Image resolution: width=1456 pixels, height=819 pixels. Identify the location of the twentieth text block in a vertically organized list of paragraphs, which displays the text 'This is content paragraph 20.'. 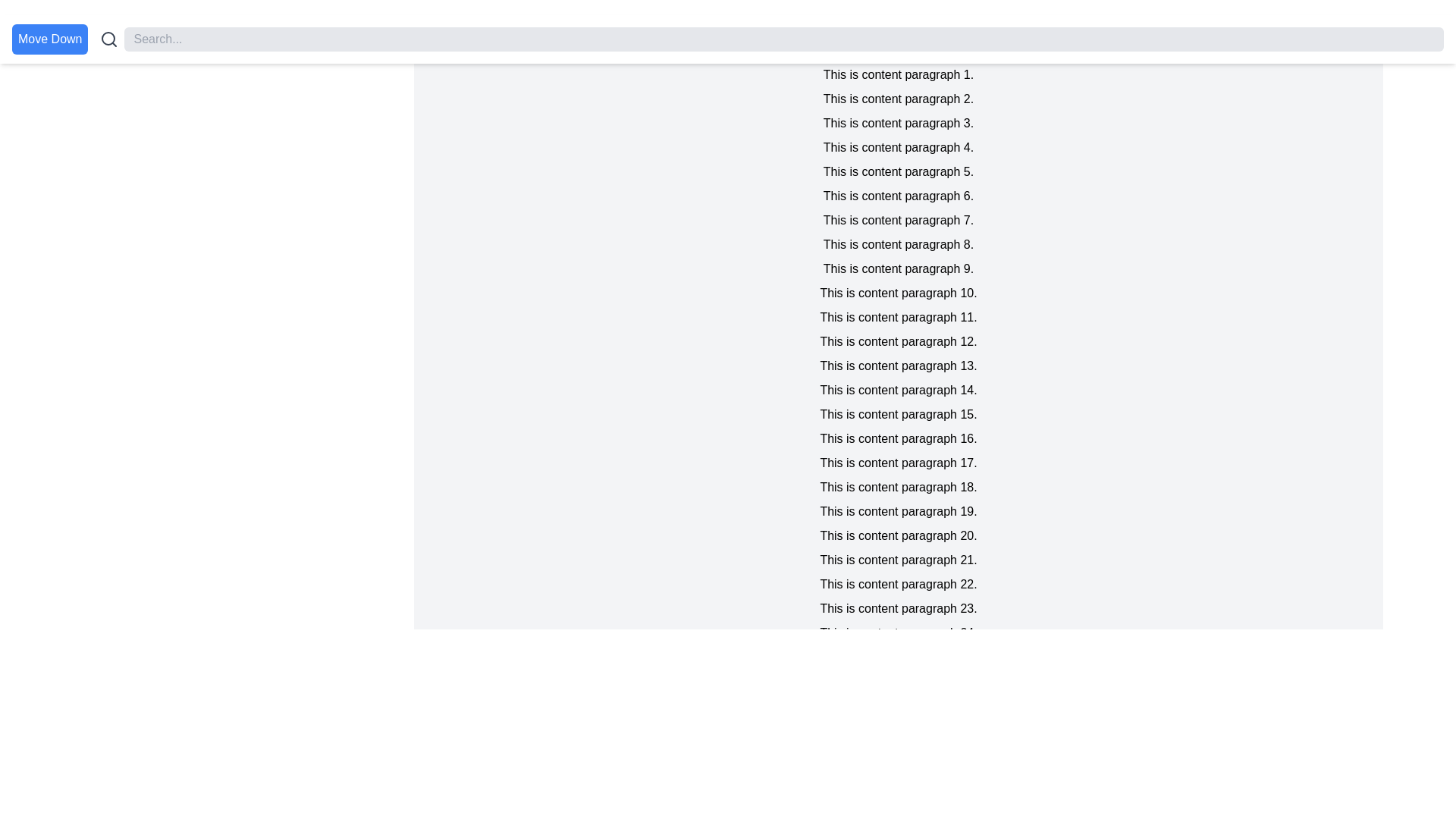
(899, 535).